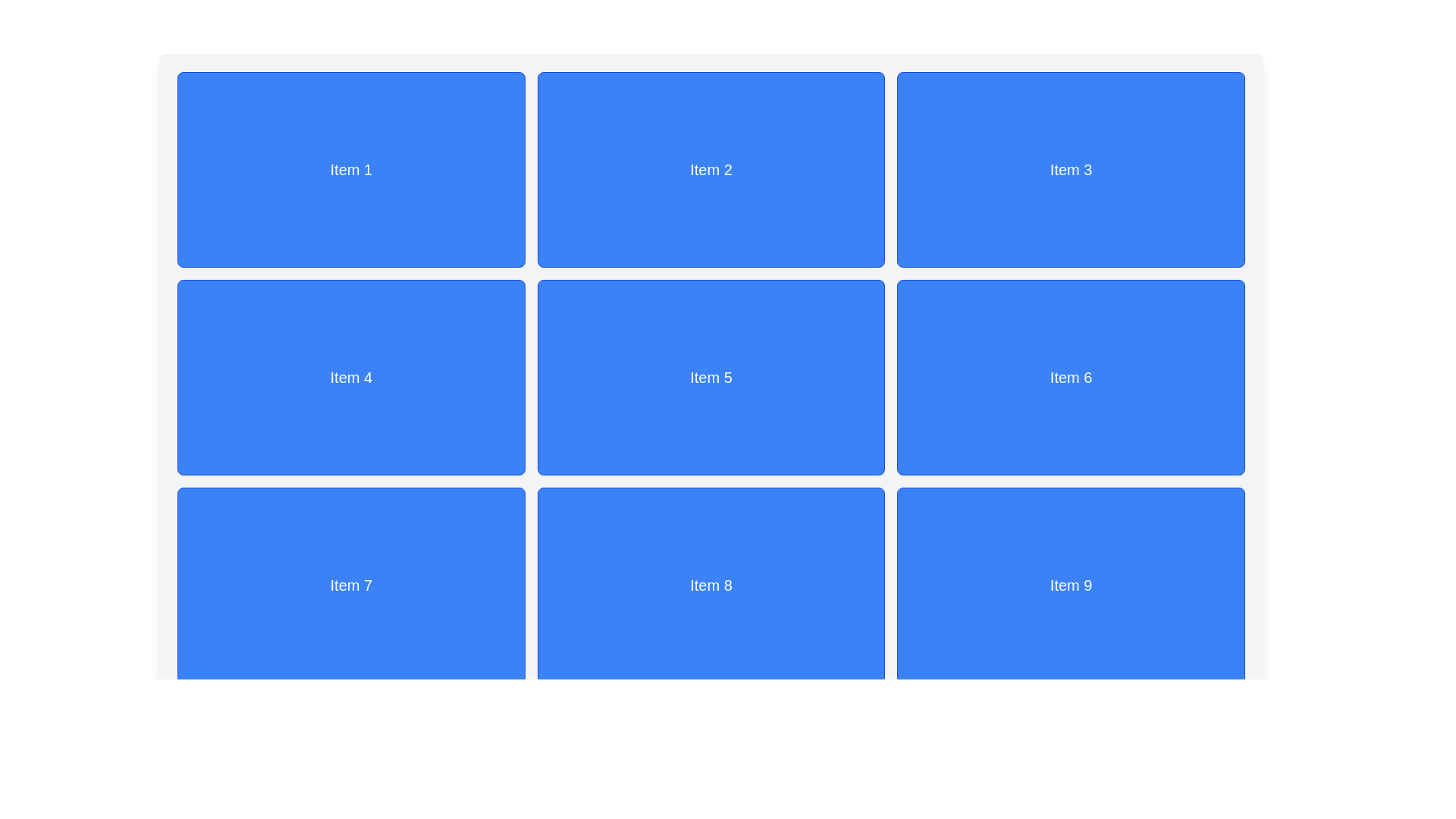  Describe the element at coordinates (710, 711) in the screenshot. I see `the textual display showing 'Page 1 of 10', which is centered horizontally in the bottom area of the interface` at that location.